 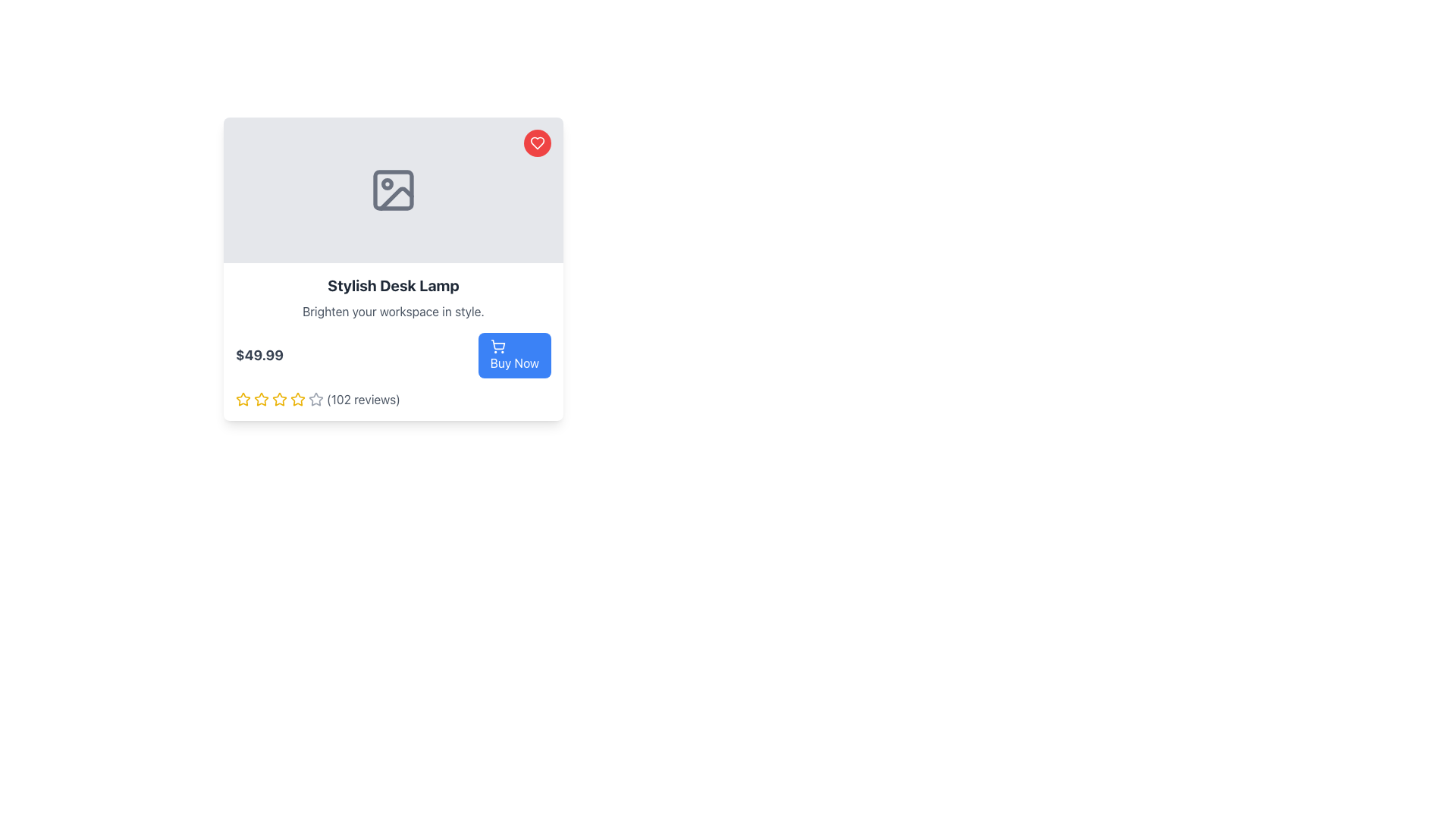 What do you see at coordinates (393, 399) in the screenshot?
I see `the Rating display element featuring five star icons, four yellow filled and one gray unfilled, along with the text '(102 reviews)' positioned below the 'Buy Now' button` at bounding box center [393, 399].